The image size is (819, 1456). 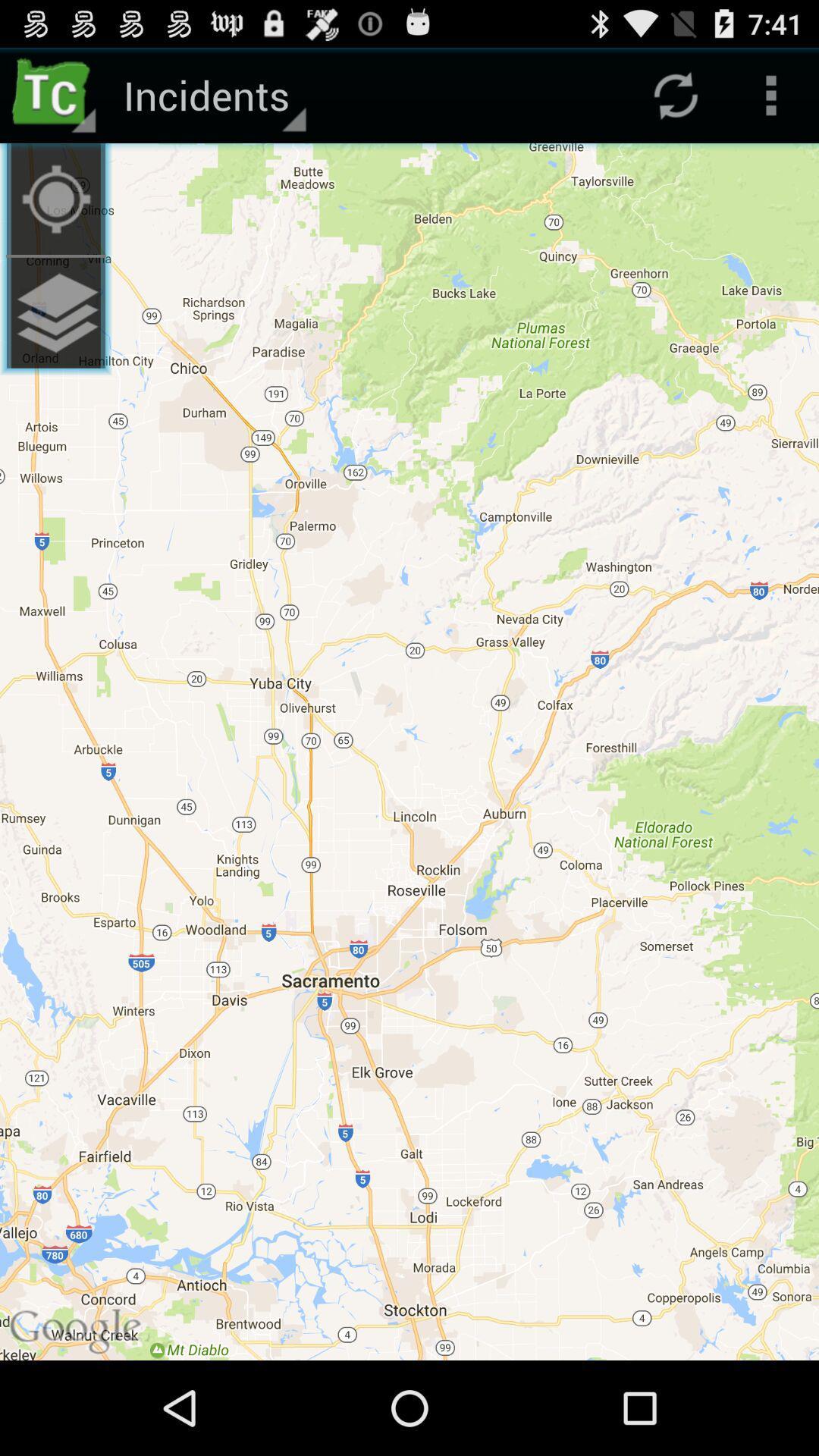 What do you see at coordinates (675, 101) in the screenshot?
I see `the refresh icon` at bounding box center [675, 101].